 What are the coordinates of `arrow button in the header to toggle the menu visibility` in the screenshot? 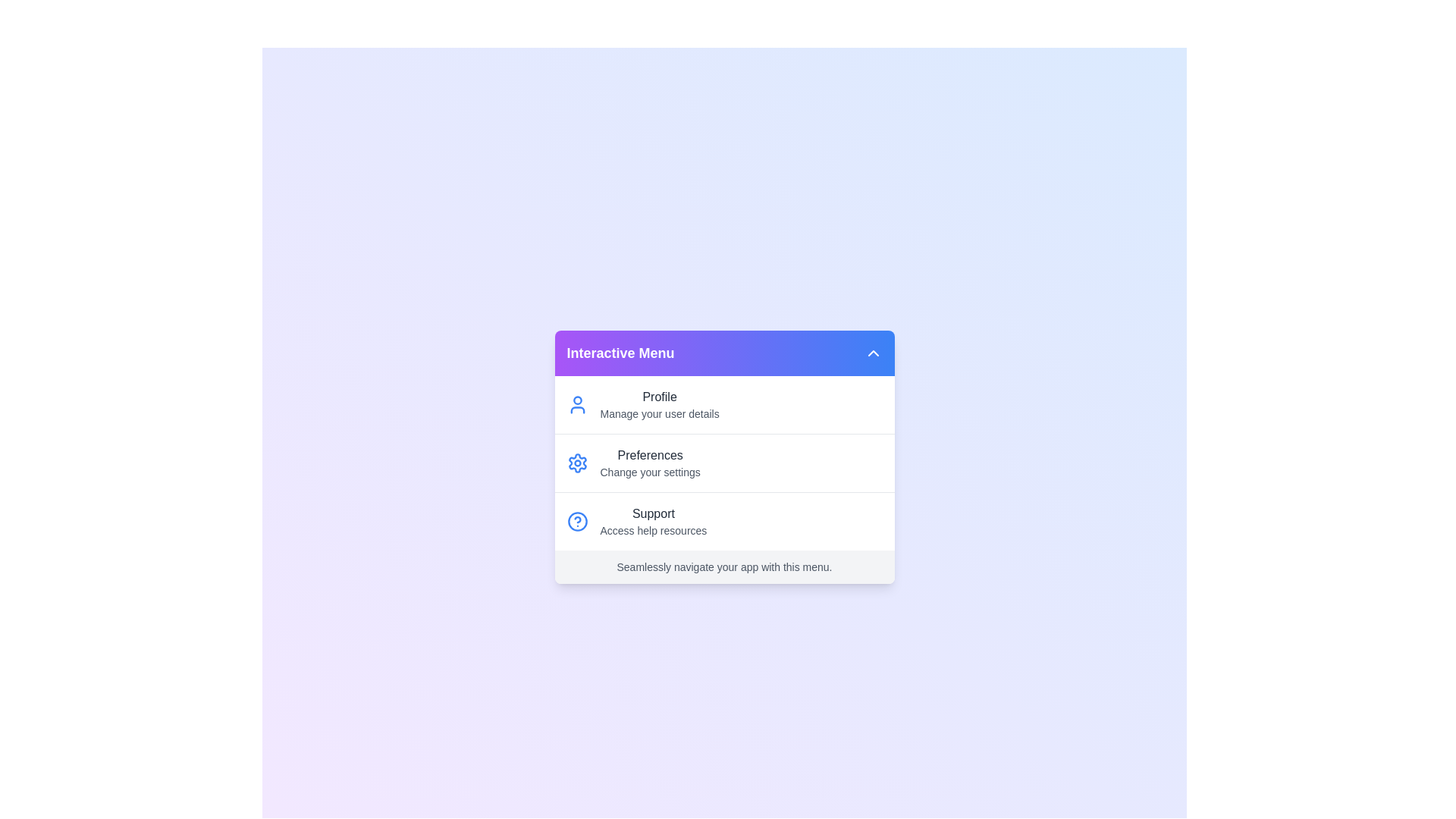 It's located at (873, 353).